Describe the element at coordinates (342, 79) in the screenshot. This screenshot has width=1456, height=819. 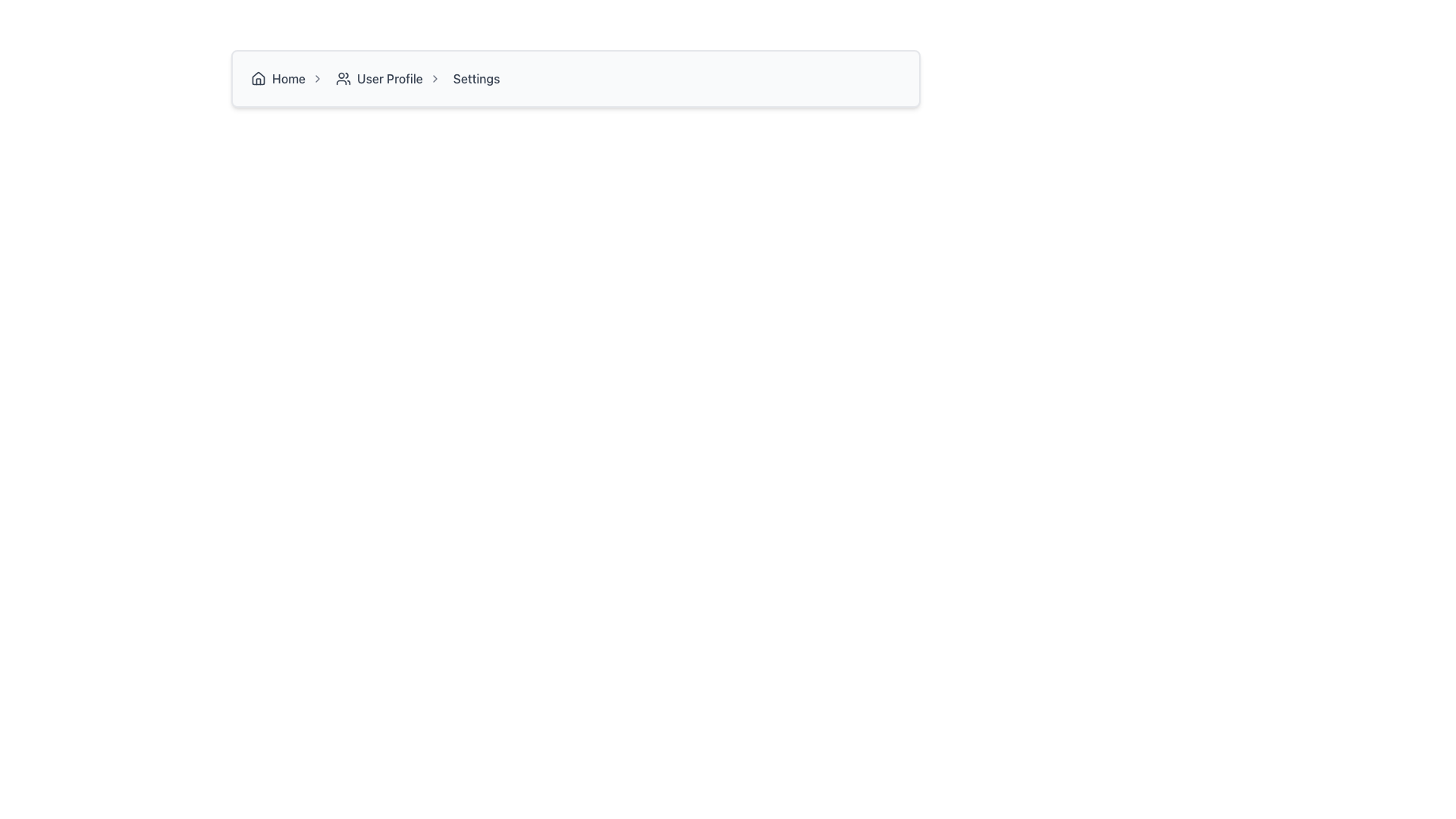
I see `the 'User Profile' icon (non-interactive) in the breadcrumb navigation bar` at that location.